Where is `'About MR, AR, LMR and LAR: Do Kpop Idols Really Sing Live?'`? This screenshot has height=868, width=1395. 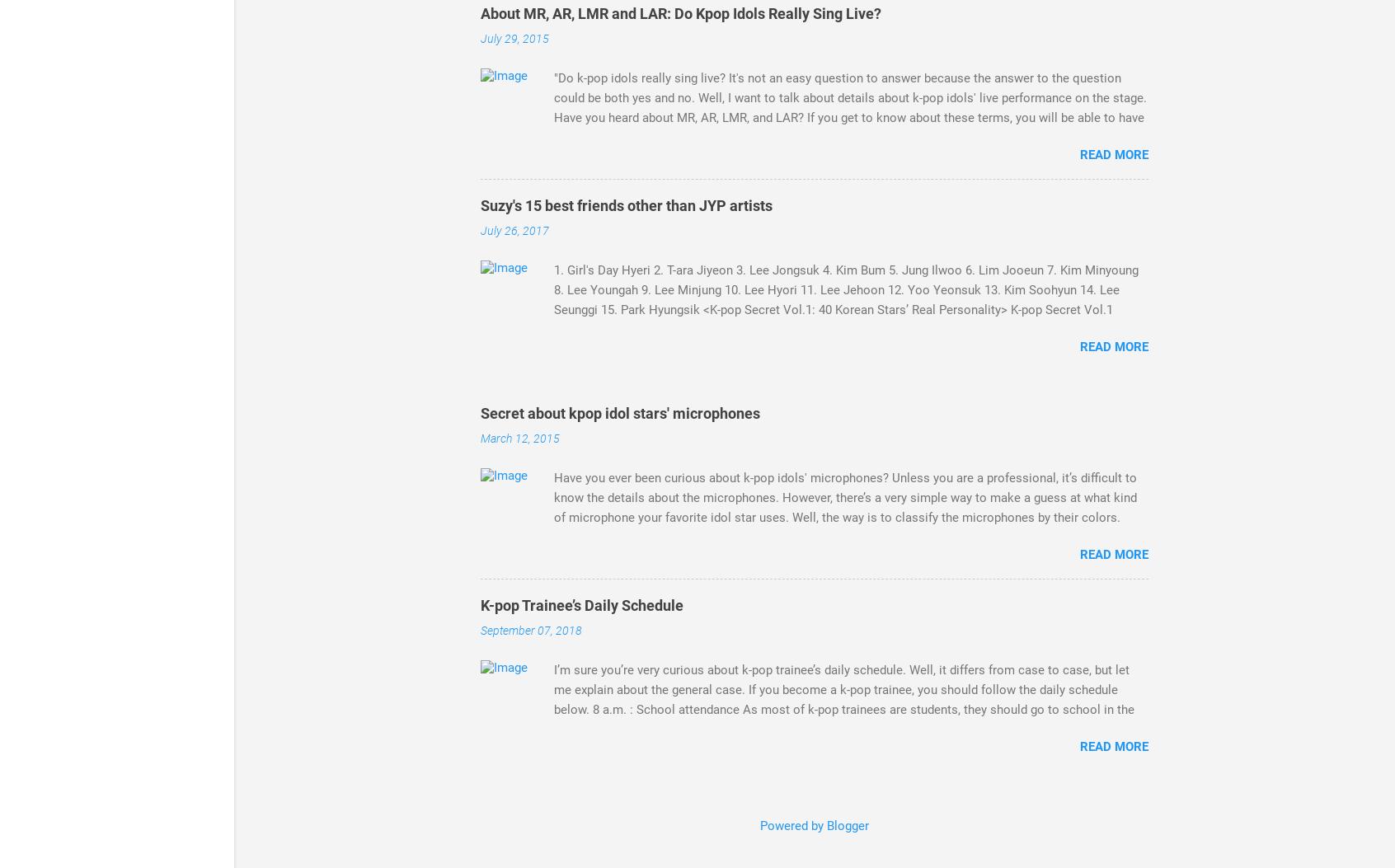 'About MR, AR, LMR and LAR: Do Kpop Idols Really Sing Live?' is located at coordinates (681, 13).